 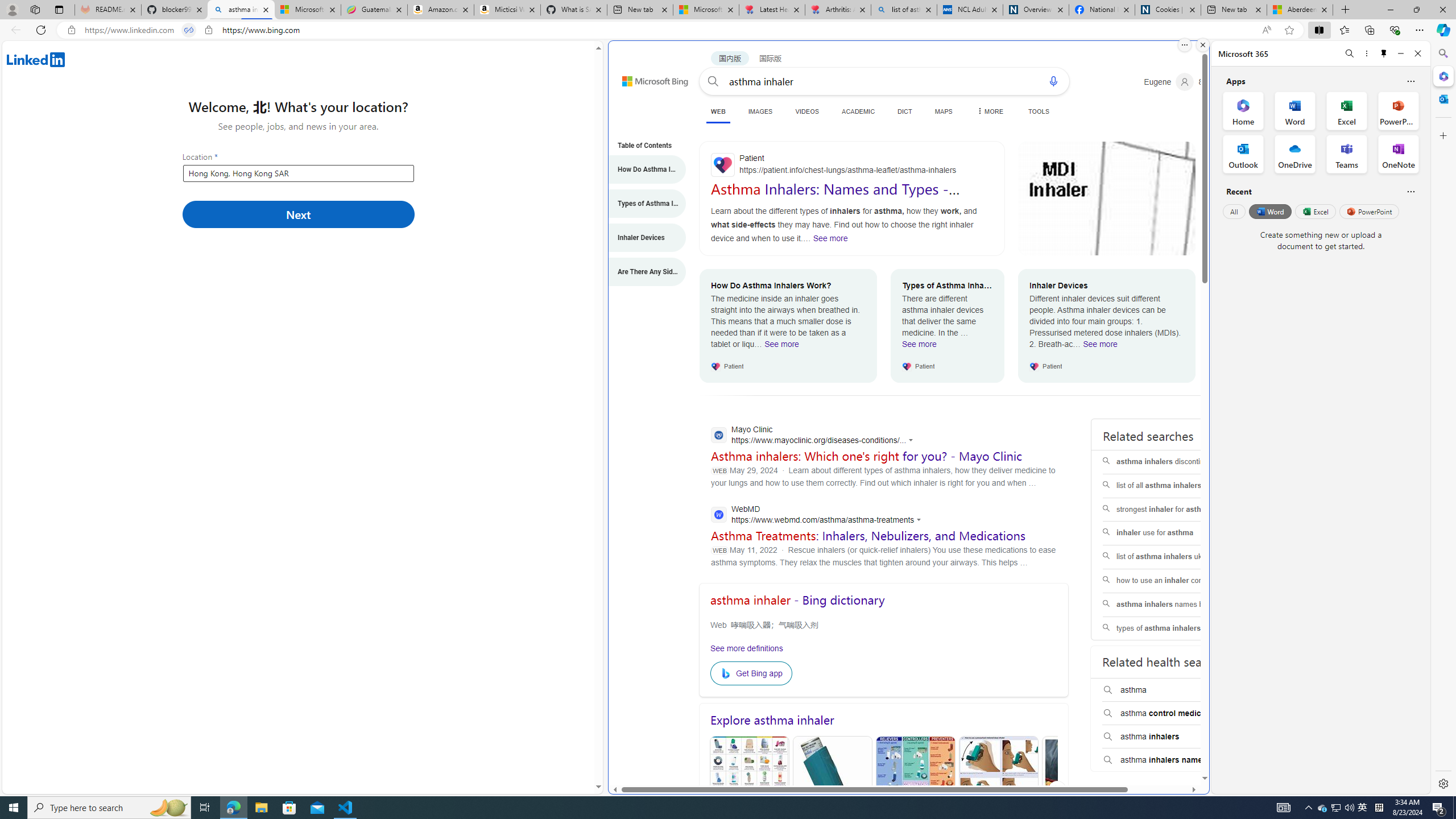 I want to click on 'Asthma Inhaler Colors', so click(x=749, y=791).